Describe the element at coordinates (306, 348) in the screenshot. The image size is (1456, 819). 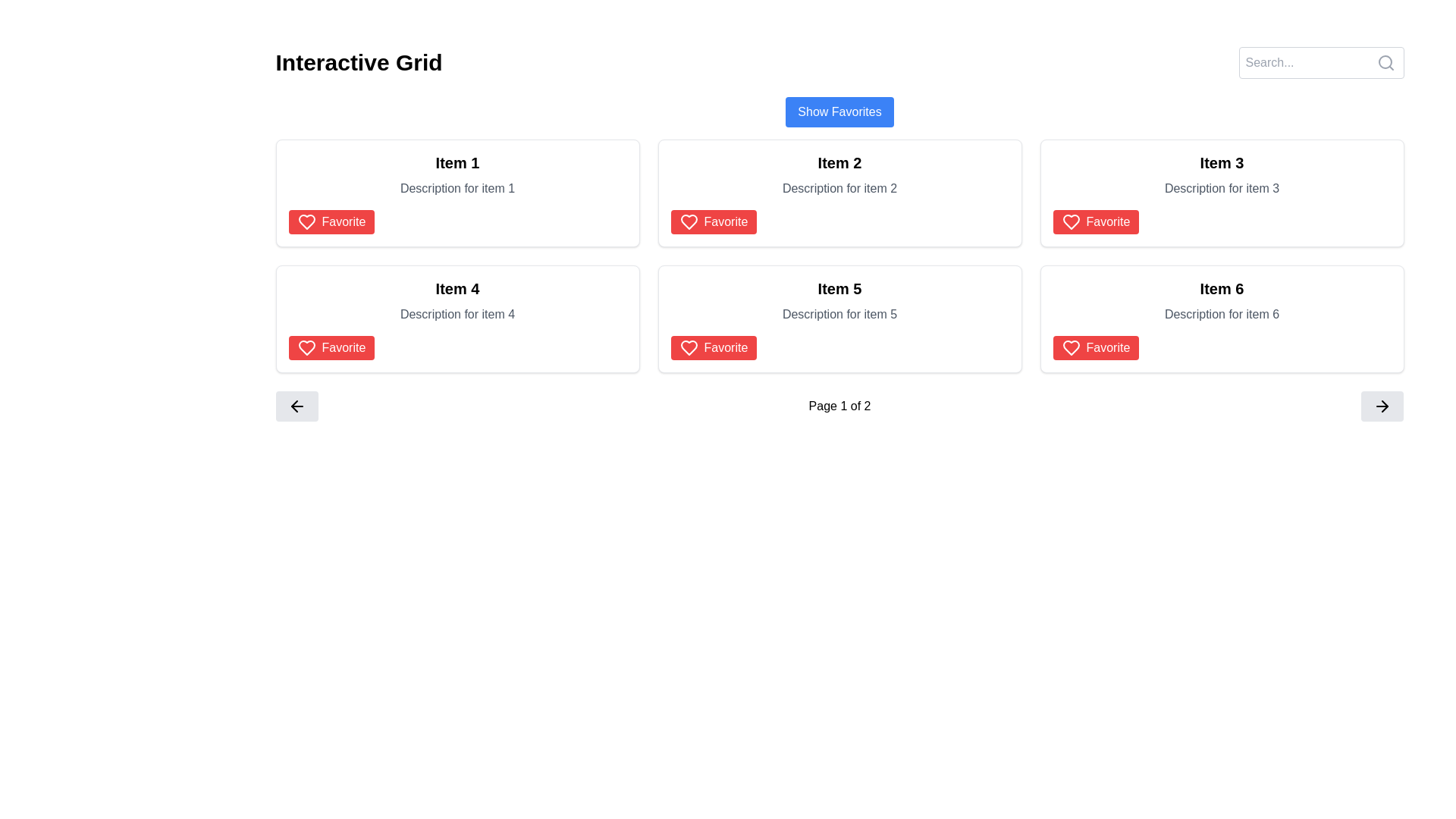
I see `the red heart icon within the 'Favorite' button located in the bottom left corner of 'Item 4' card` at that location.